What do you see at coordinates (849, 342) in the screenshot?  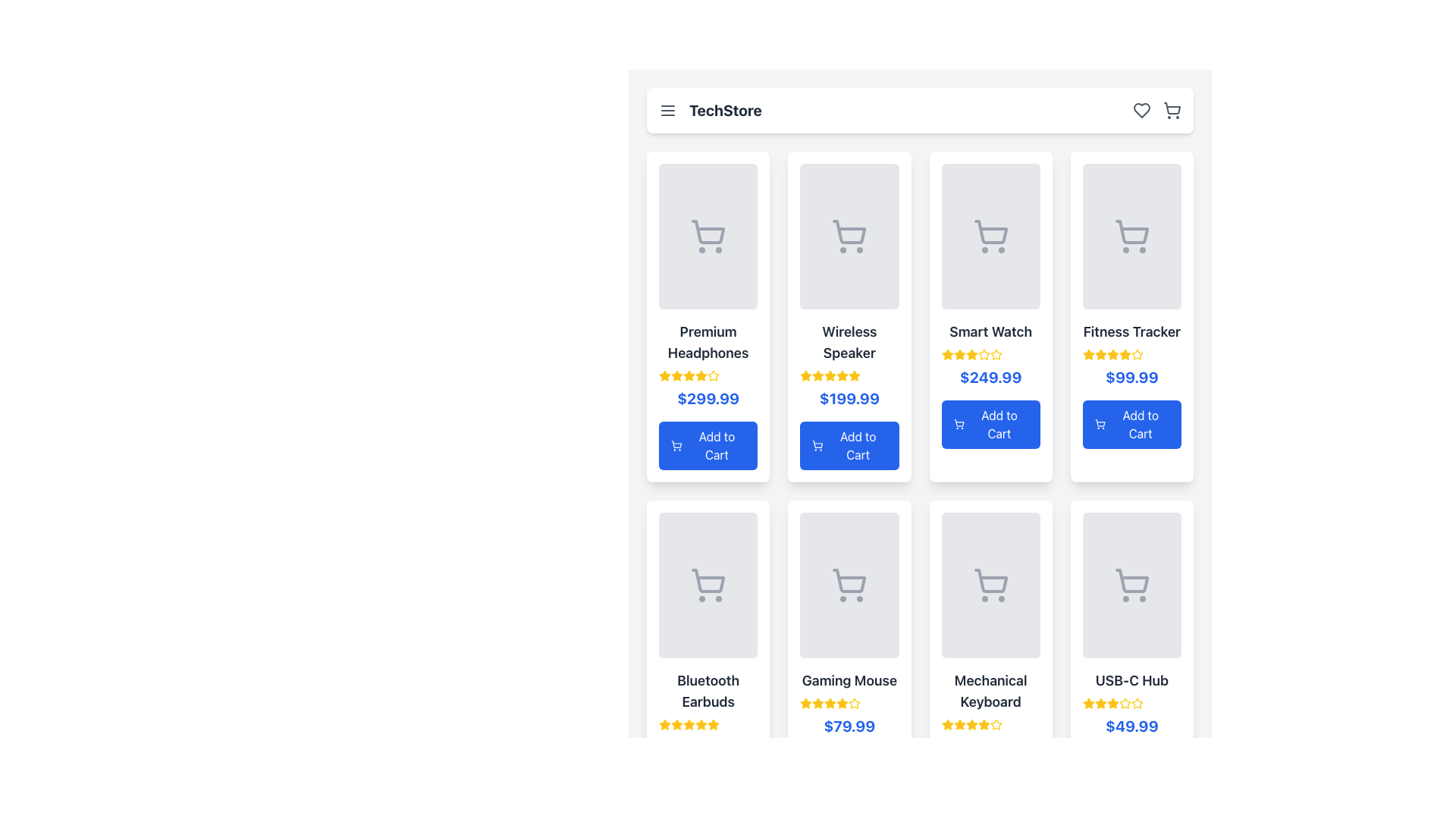 I see `product name displayed in the text element located in the second product card of the top row, positioned below the image placeholder and above the price label` at bounding box center [849, 342].